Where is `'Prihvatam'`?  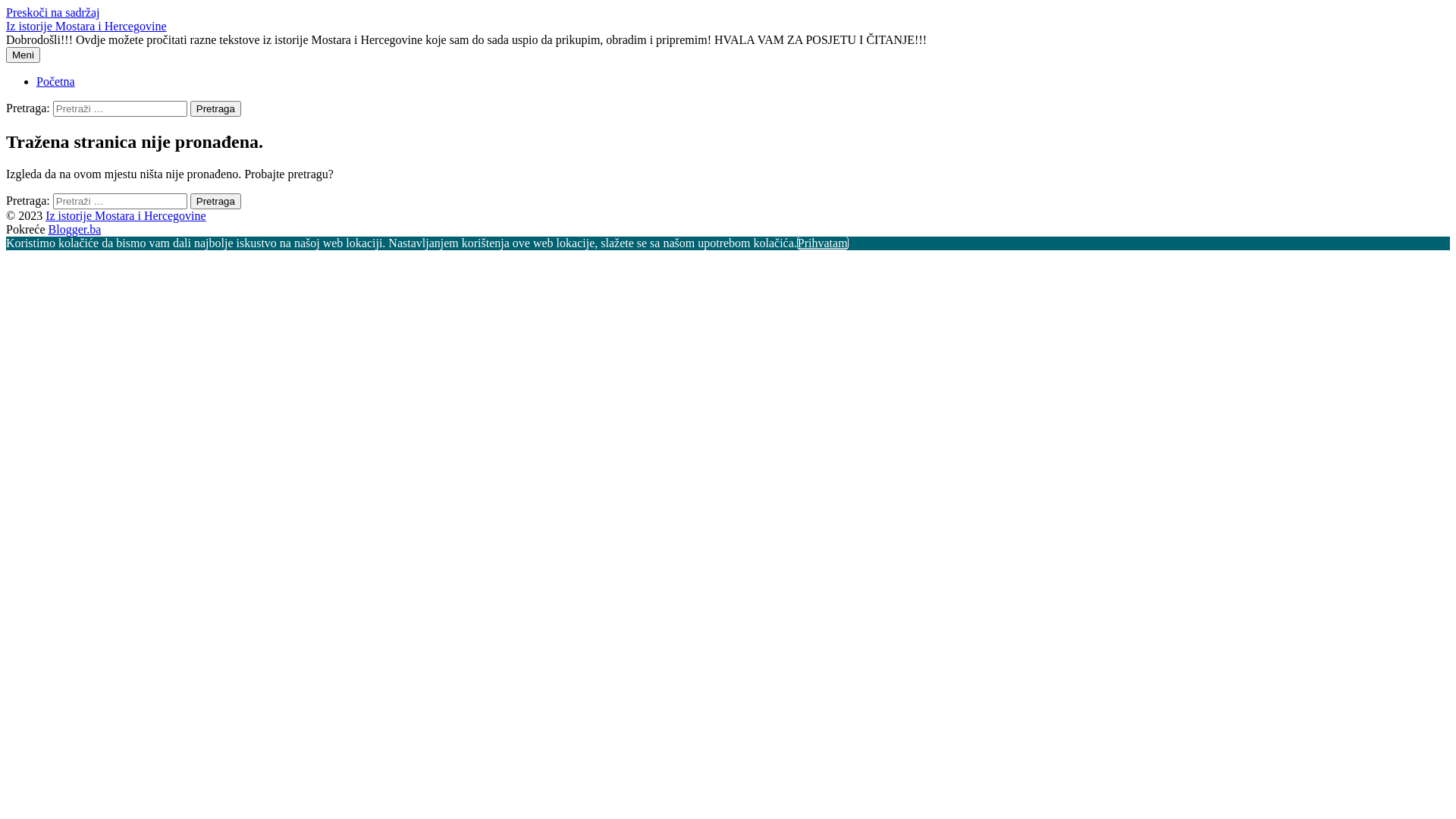 'Prihvatam' is located at coordinates (821, 242).